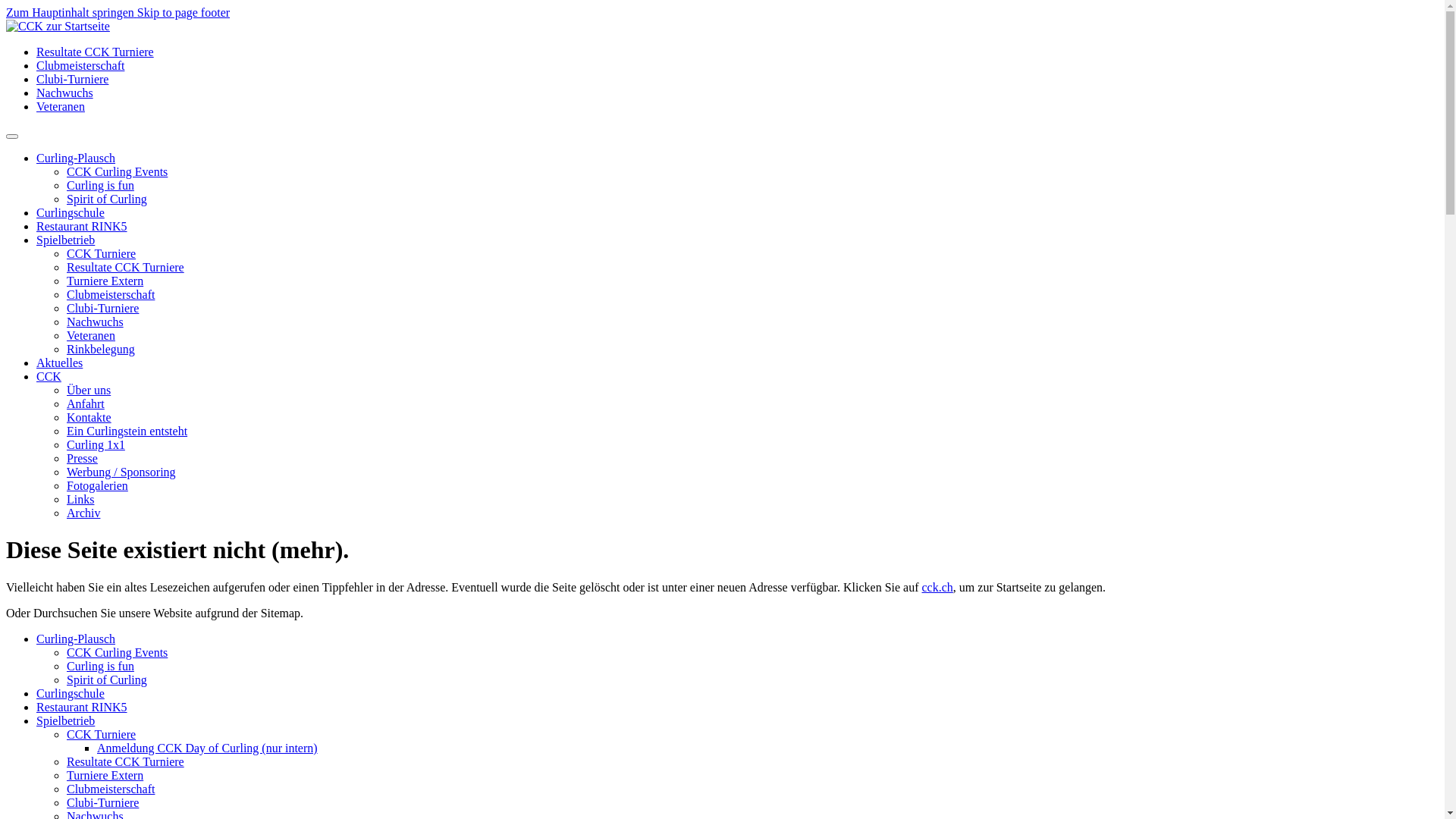  Describe the element at coordinates (90, 334) in the screenshot. I see `'Veteranen'` at that location.